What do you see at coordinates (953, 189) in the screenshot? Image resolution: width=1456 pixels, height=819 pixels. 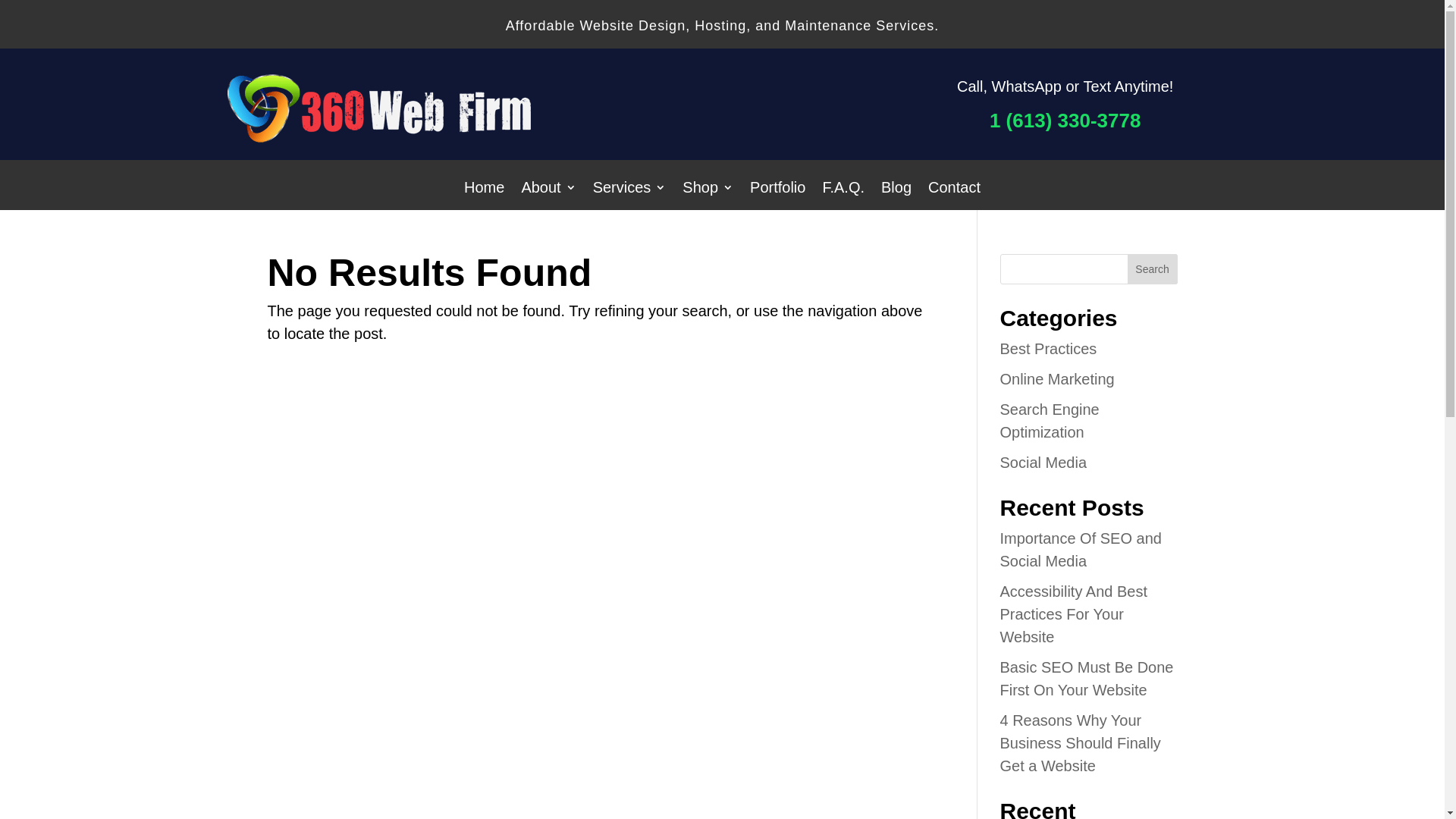 I see `'Contact'` at bounding box center [953, 189].